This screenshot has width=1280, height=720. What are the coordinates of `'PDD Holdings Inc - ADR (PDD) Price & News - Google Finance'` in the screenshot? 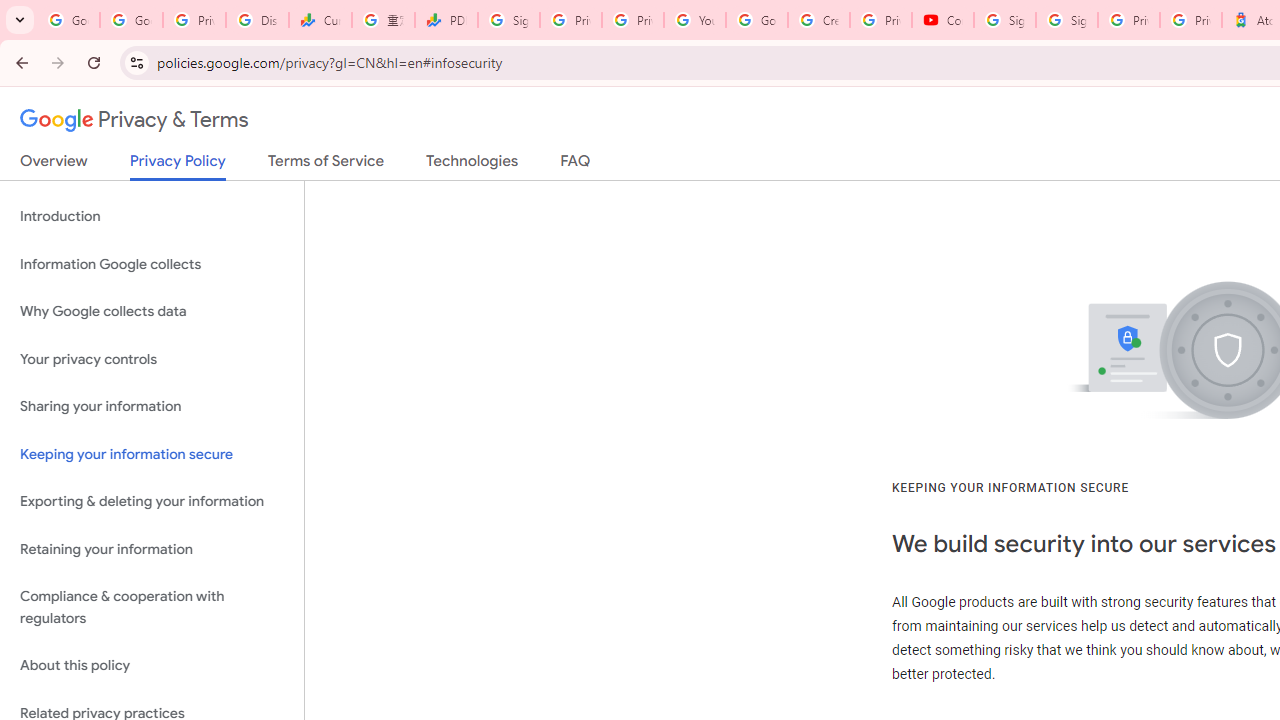 It's located at (445, 20).